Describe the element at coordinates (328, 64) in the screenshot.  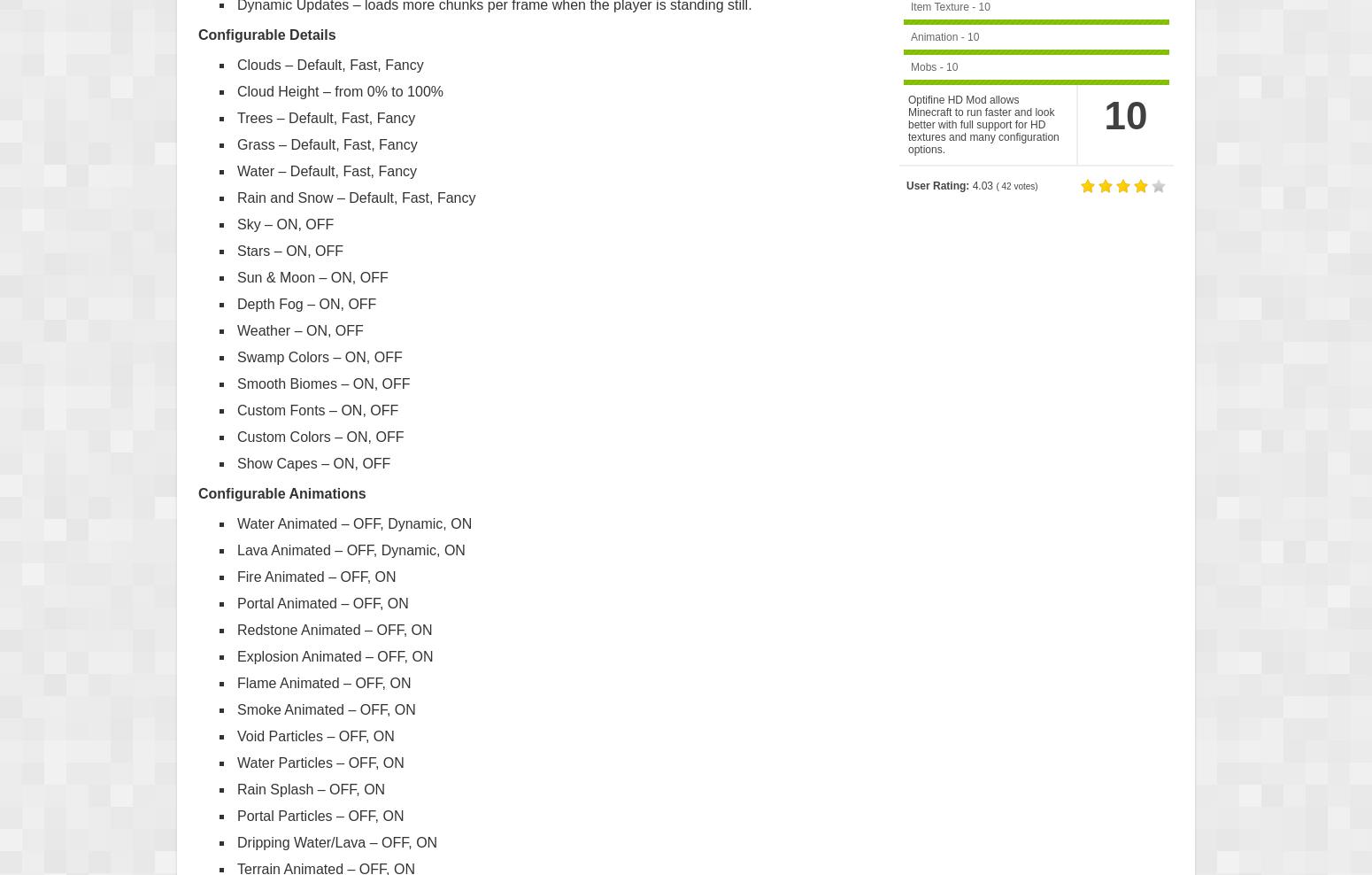
I see `'Clouds – Default, Fast, Fancy'` at that location.